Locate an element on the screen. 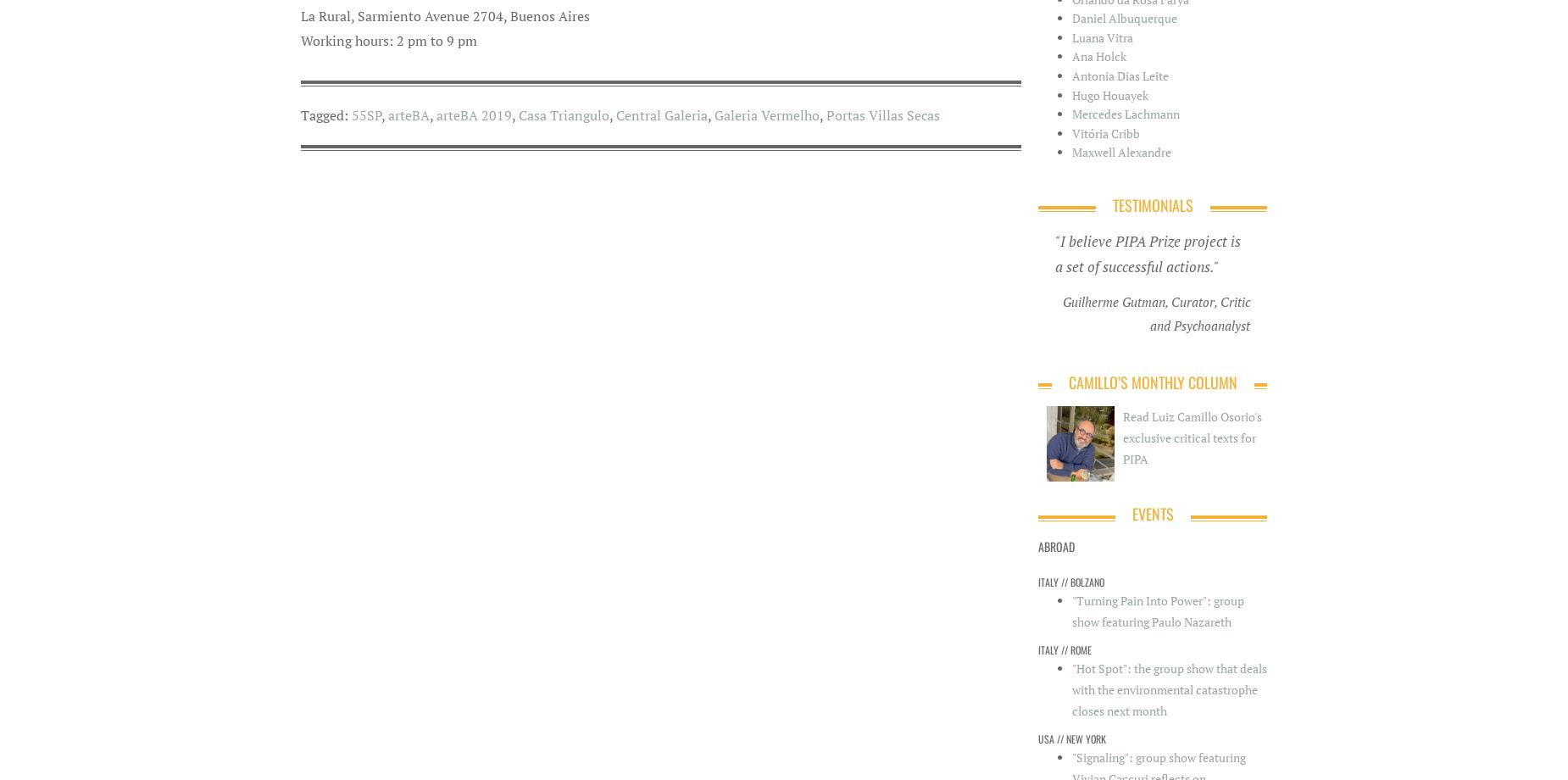 The height and width of the screenshot is (780, 1568). 'Casa Triangulo' is located at coordinates (564, 113).